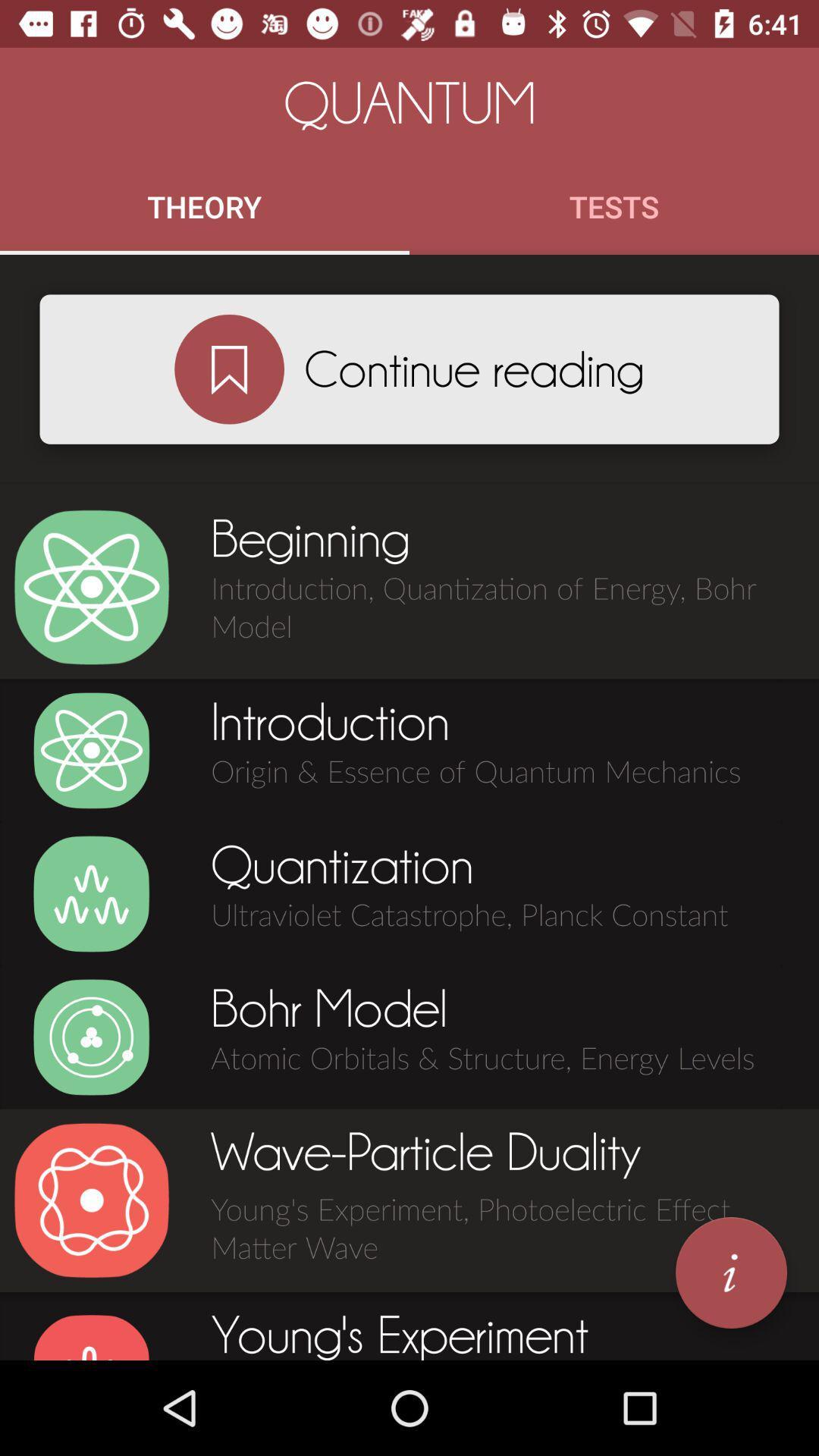 The width and height of the screenshot is (819, 1456). Describe the element at coordinates (730, 1272) in the screenshot. I see `the item below atomic orbitals structure icon` at that location.